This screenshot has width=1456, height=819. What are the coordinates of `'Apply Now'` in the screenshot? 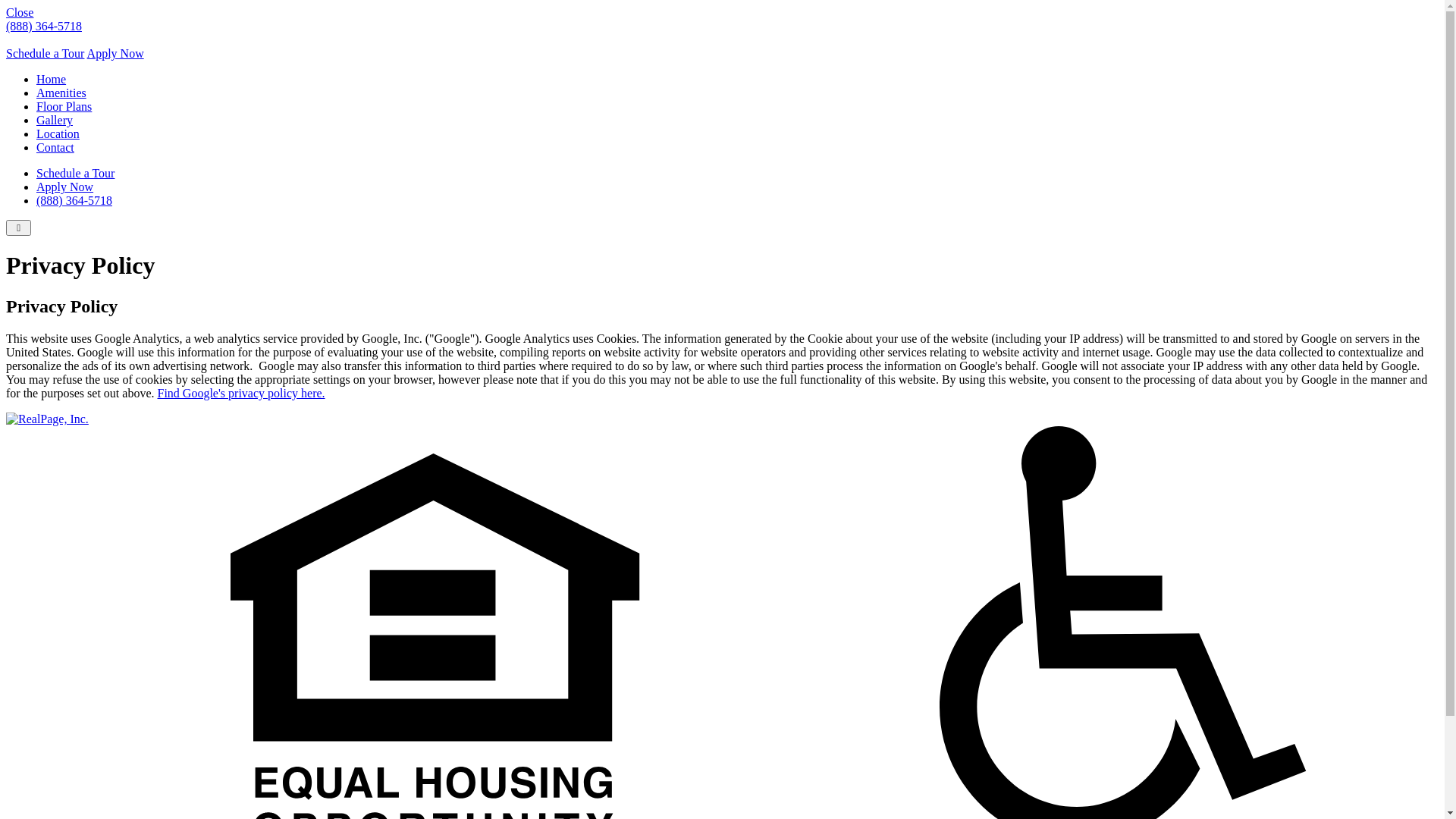 It's located at (64, 186).